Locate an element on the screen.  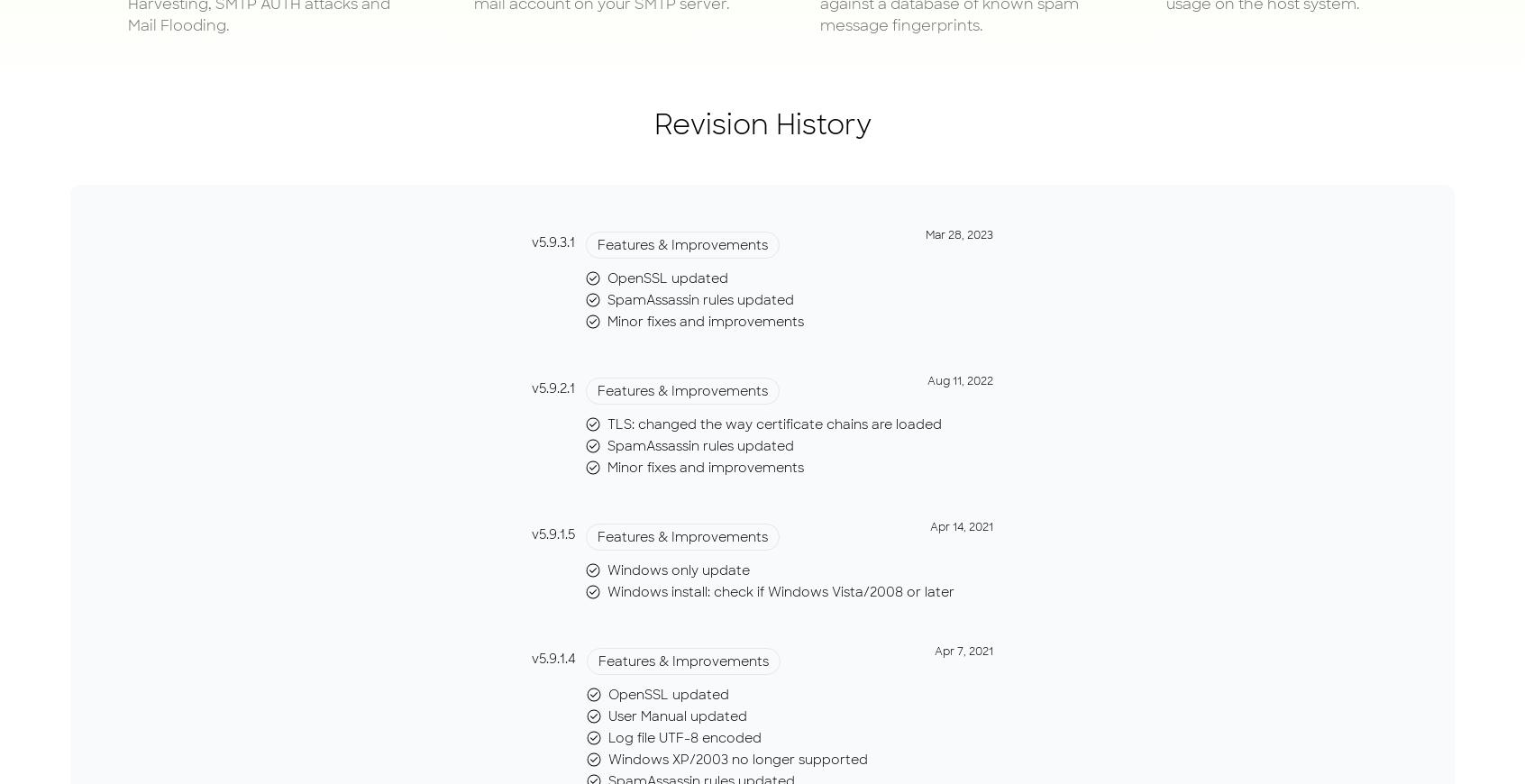
'Support' is located at coordinates (1025, 106).